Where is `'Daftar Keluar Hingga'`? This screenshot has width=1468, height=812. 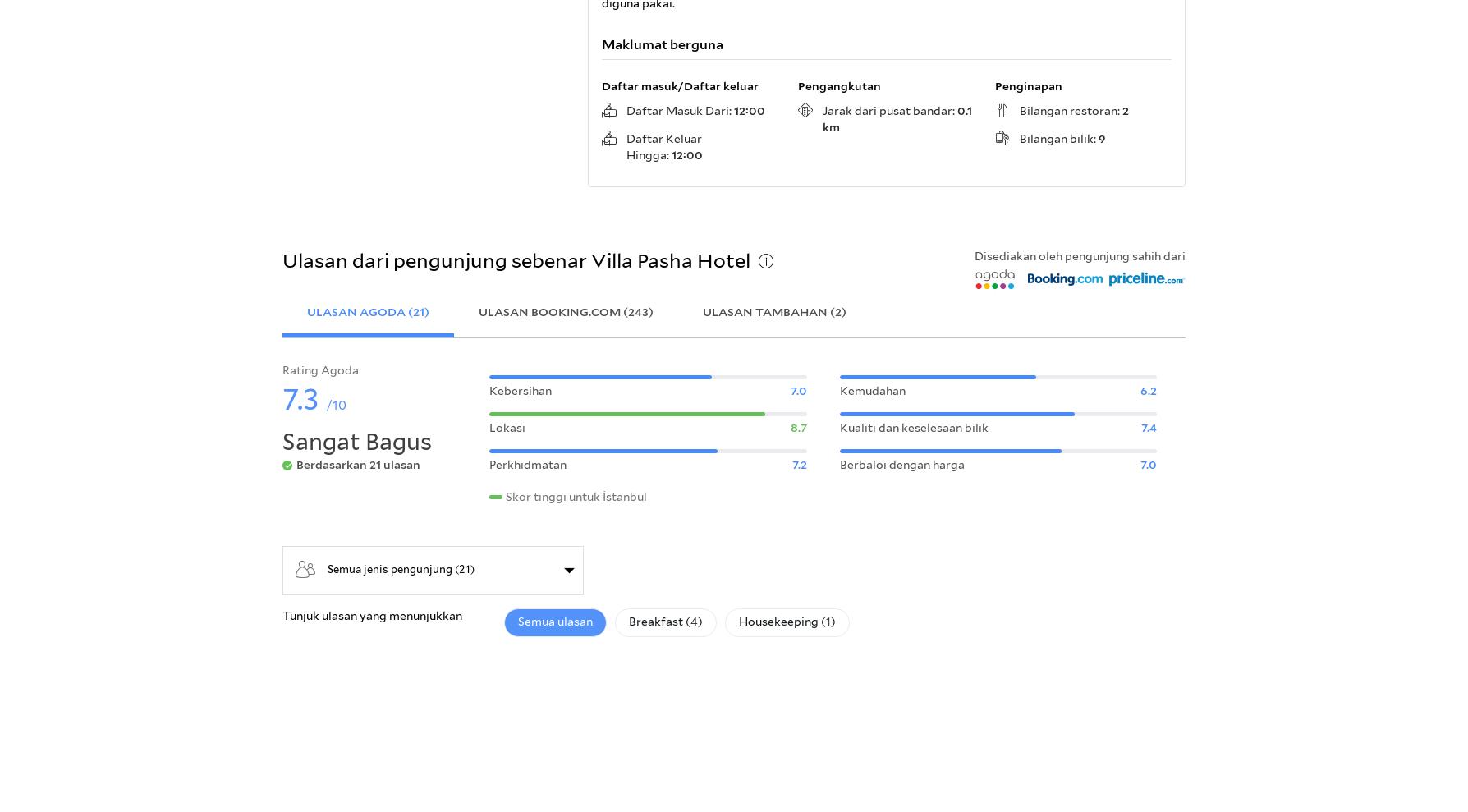 'Daftar Keluar Hingga' is located at coordinates (625, 146).